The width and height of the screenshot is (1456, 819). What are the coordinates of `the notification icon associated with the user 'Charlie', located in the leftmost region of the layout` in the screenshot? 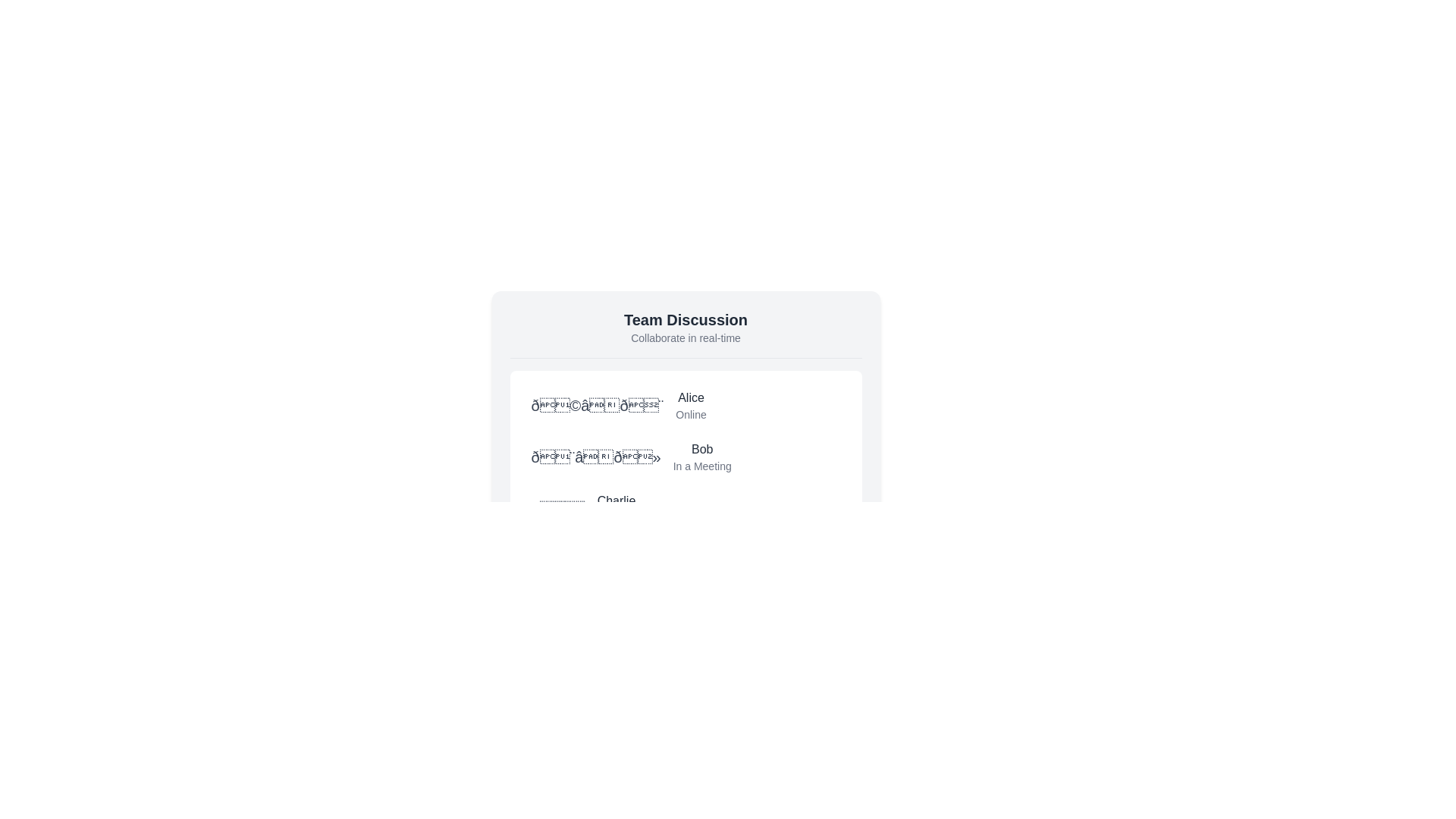 It's located at (557, 509).